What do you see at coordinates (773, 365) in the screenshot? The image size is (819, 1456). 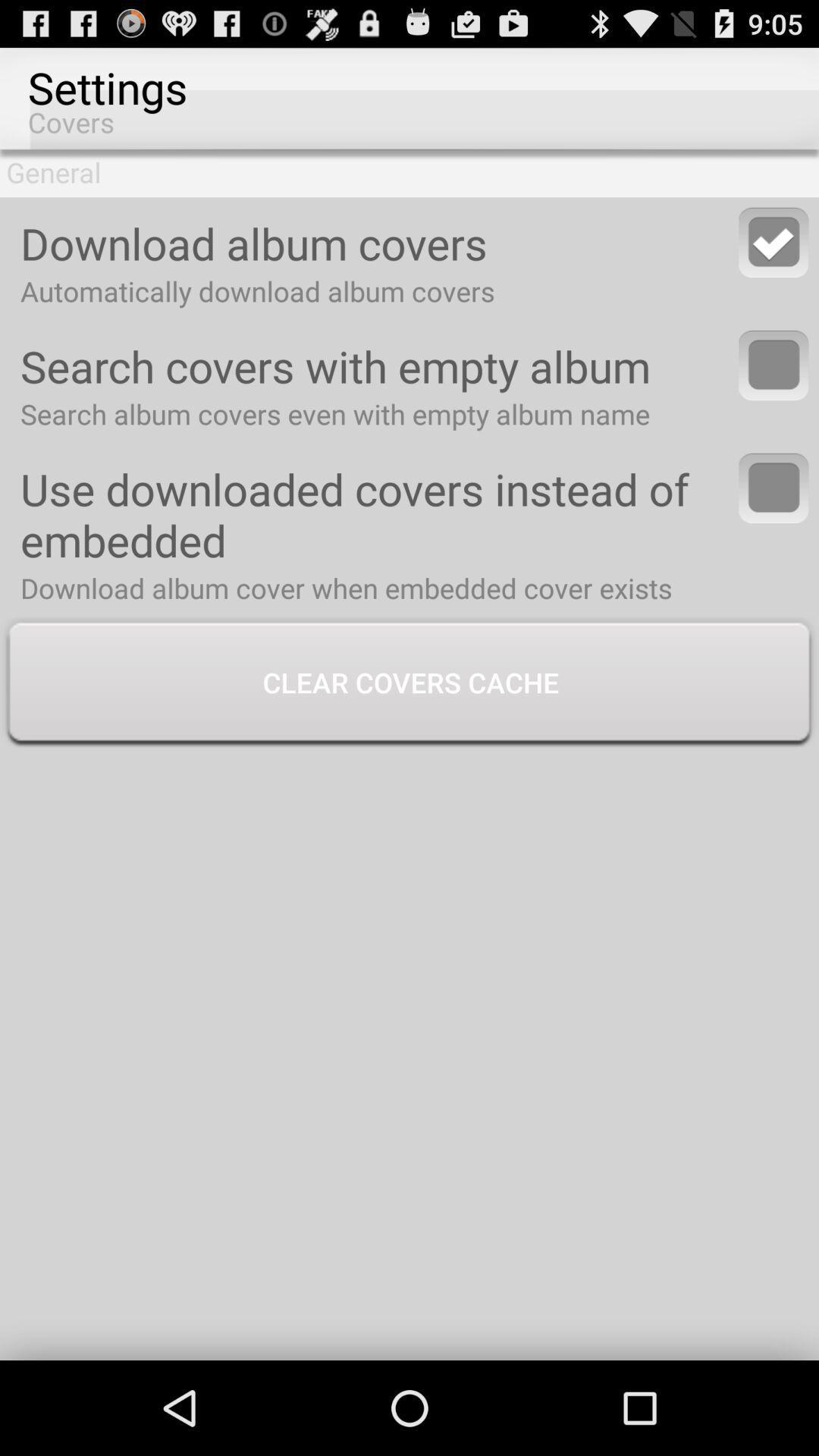 I see `check to search covers with empty album` at bounding box center [773, 365].